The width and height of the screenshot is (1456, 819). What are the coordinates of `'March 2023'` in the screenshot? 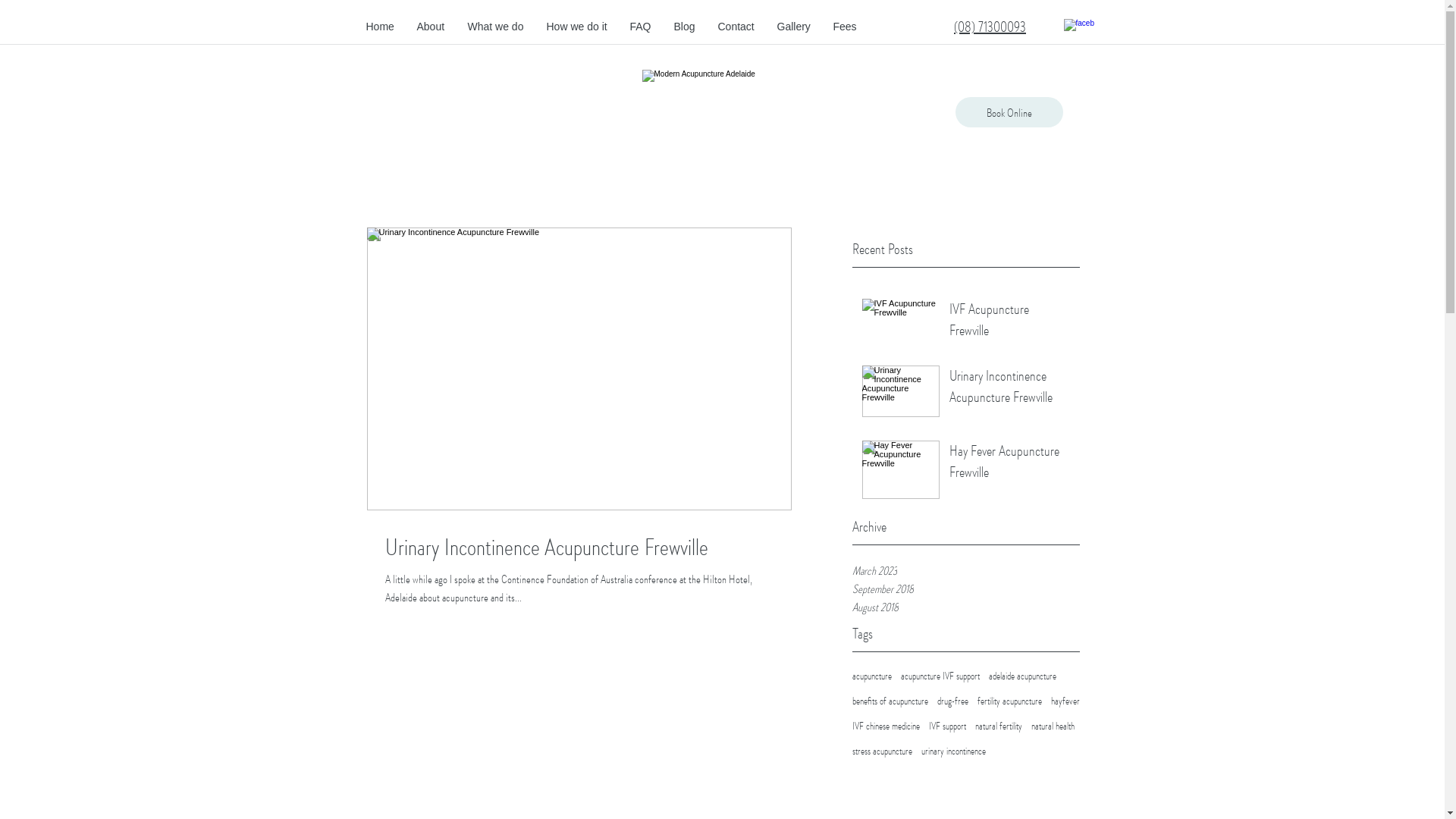 It's located at (965, 570).